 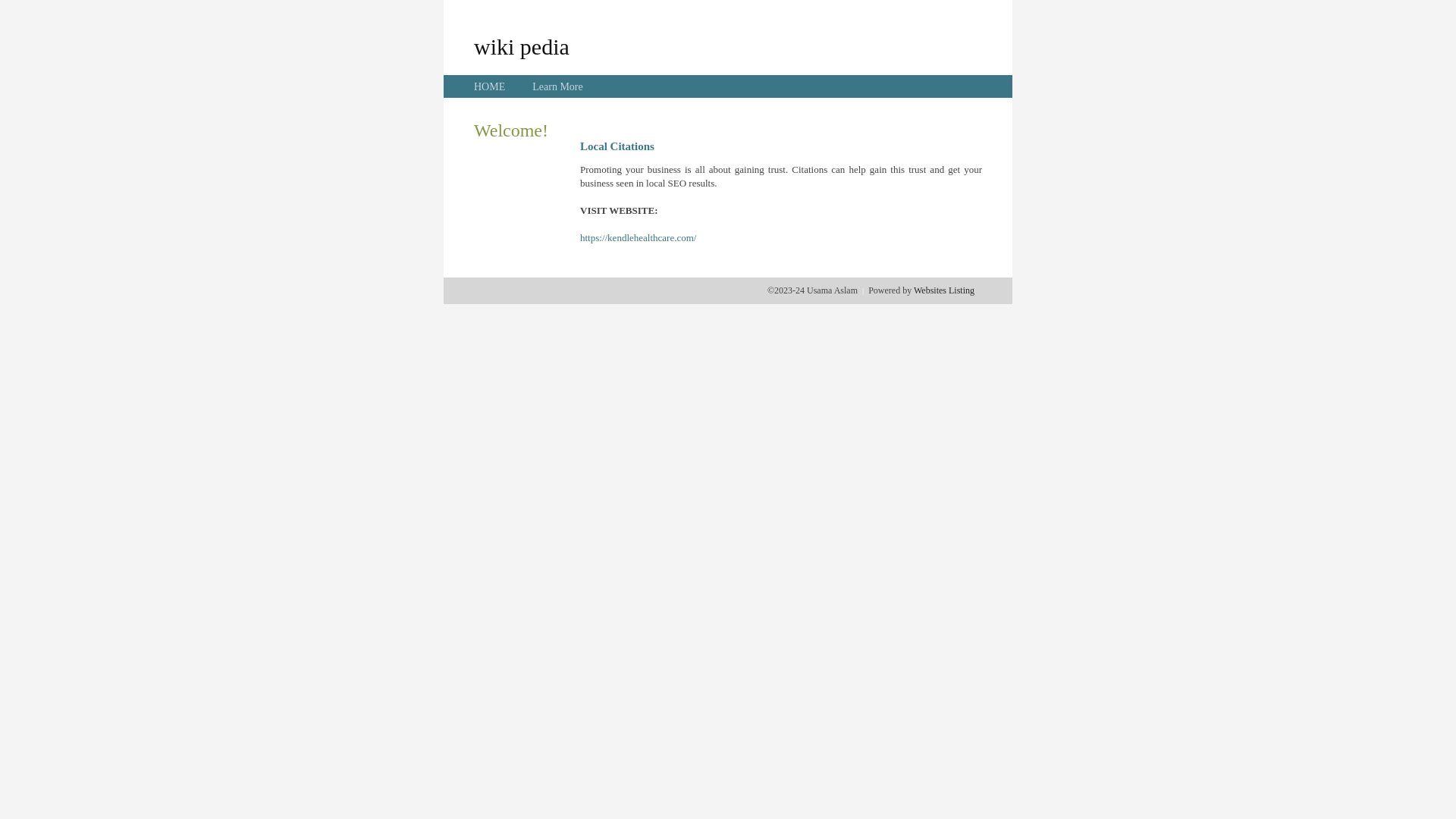 What do you see at coordinates (472, 86) in the screenshot?
I see `'HOME'` at bounding box center [472, 86].